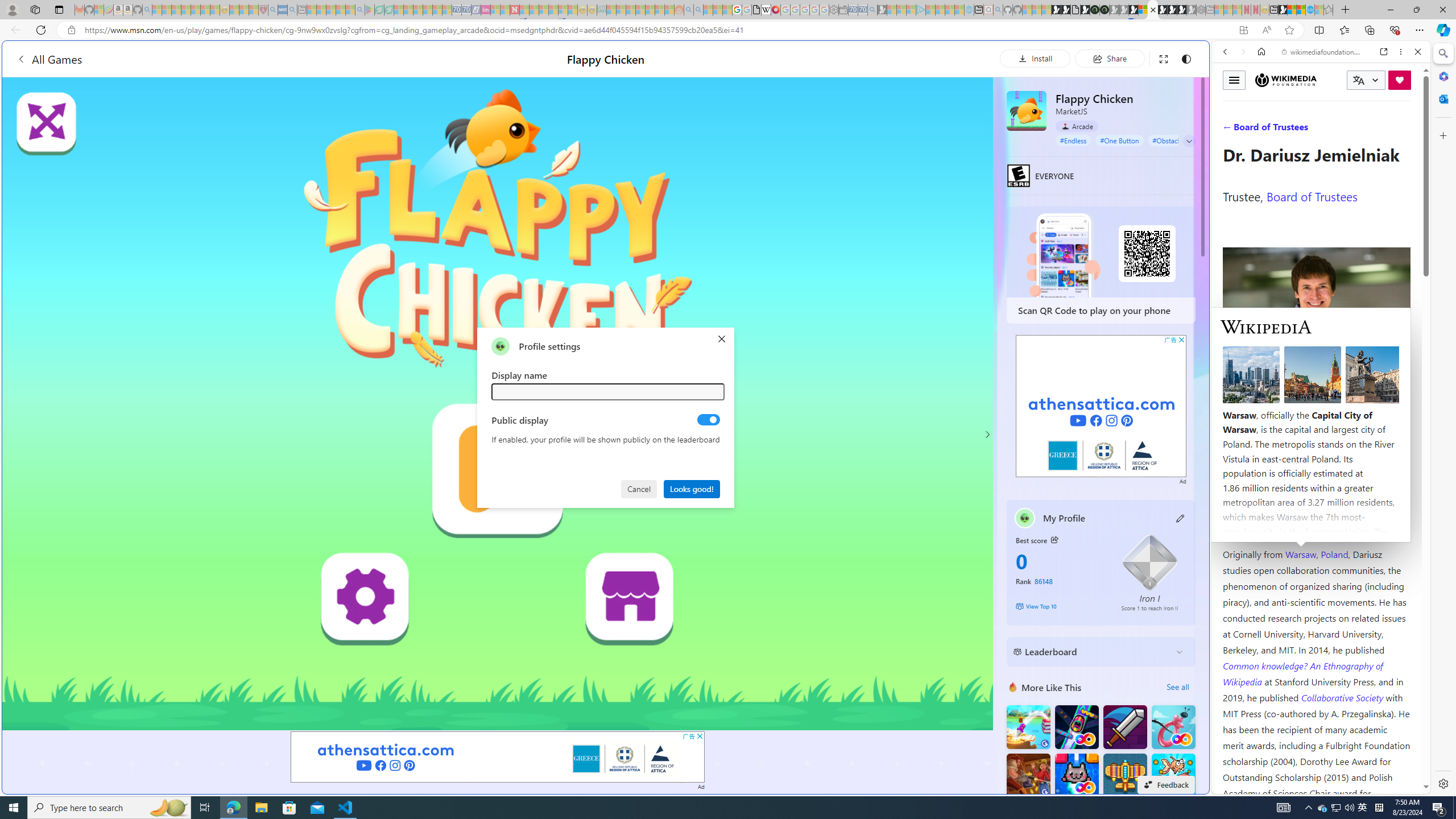  Describe the element at coordinates (466, 9) in the screenshot. I see `'Cheap Hotels - Save70.com - Sleeping'` at that location.